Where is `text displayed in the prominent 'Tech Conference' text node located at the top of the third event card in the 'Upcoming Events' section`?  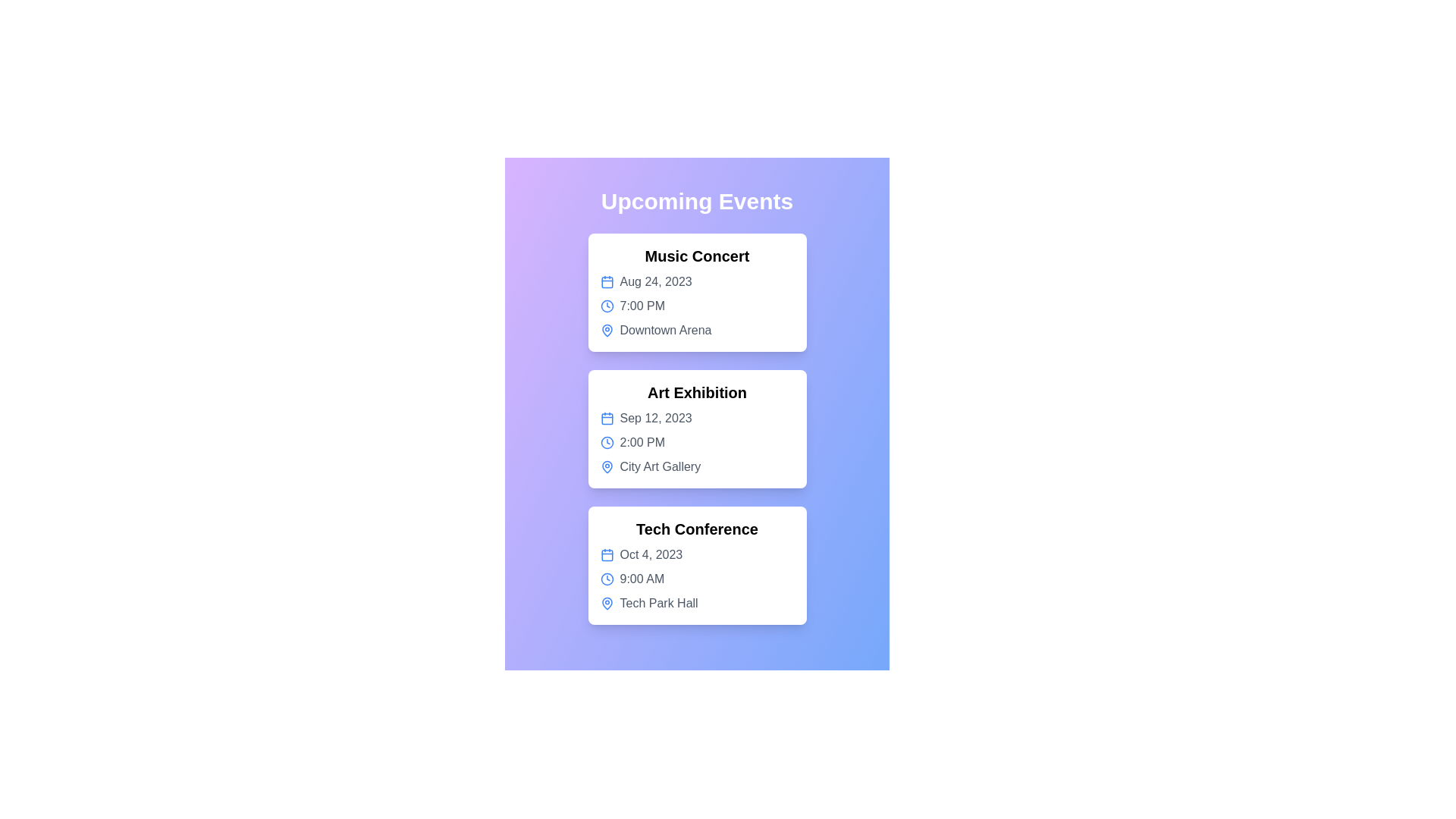
text displayed in the prominent 'Tech Conference' text node located at the top of the third event card in the 'Upcoming Events' section is located at coordinates (696, 529).